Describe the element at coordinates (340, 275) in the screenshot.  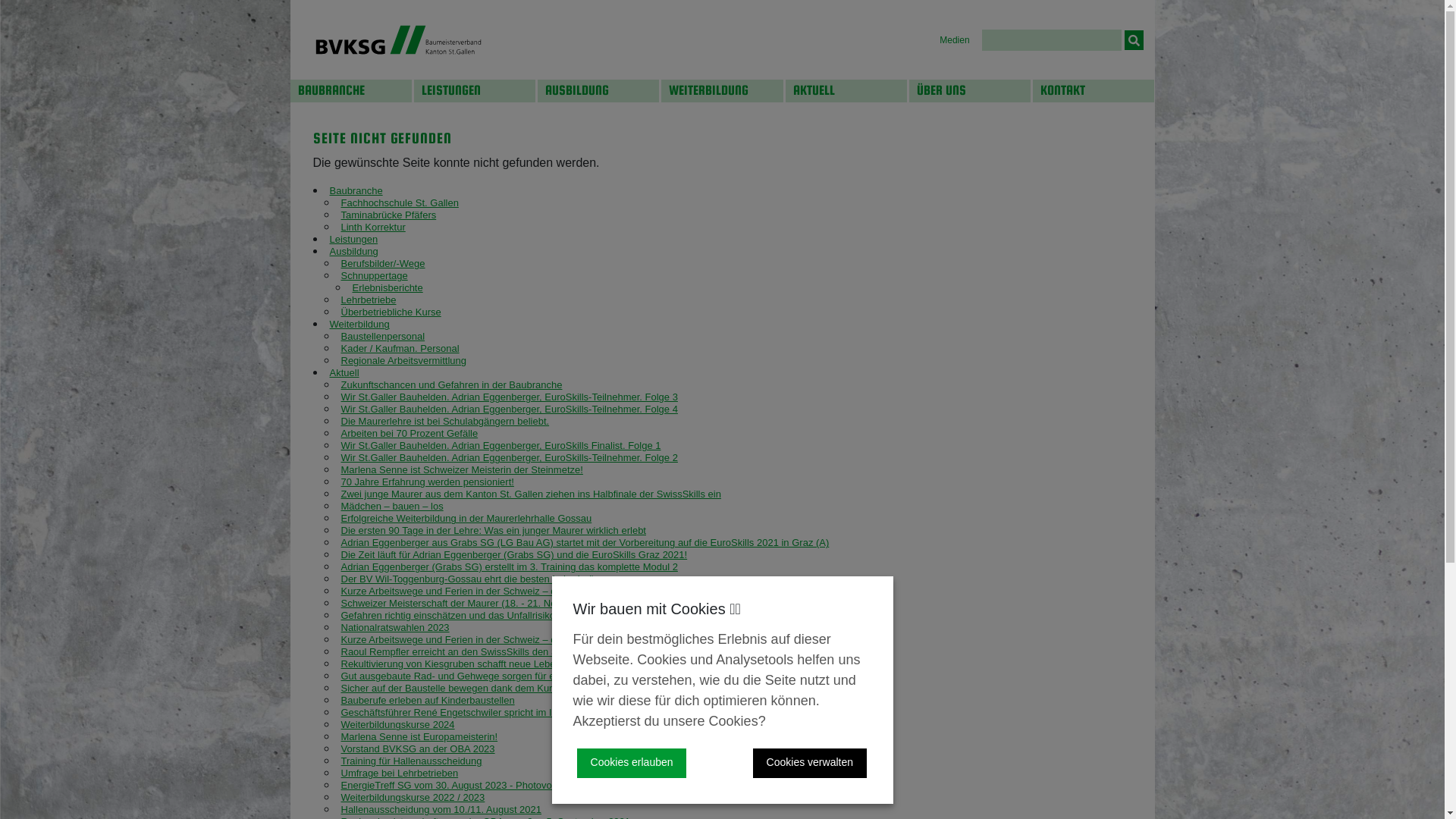
I see `'Schnuppertage'` at that location.